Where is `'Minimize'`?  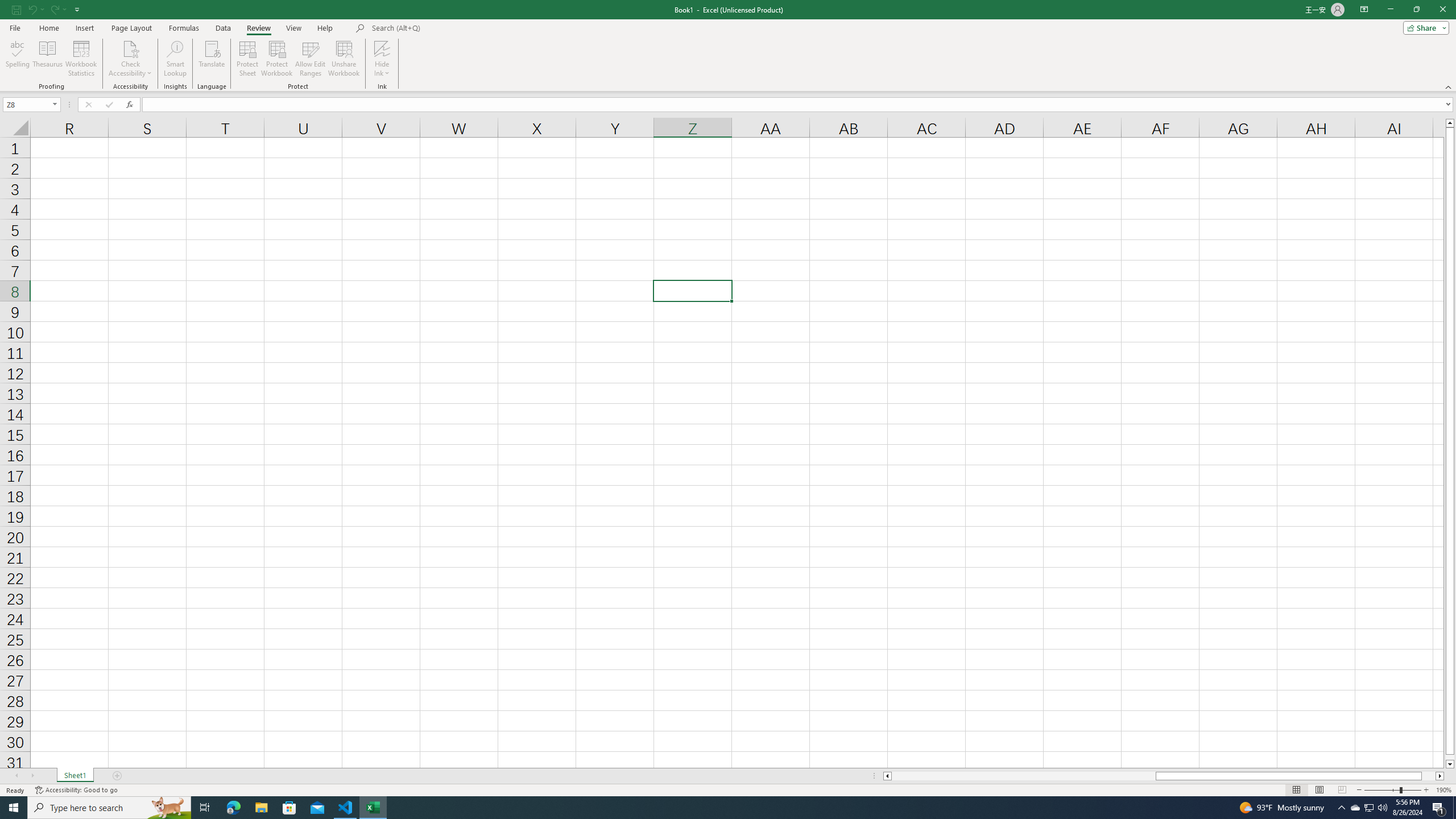 'Minimize' is located at coordinates (1389, 9).